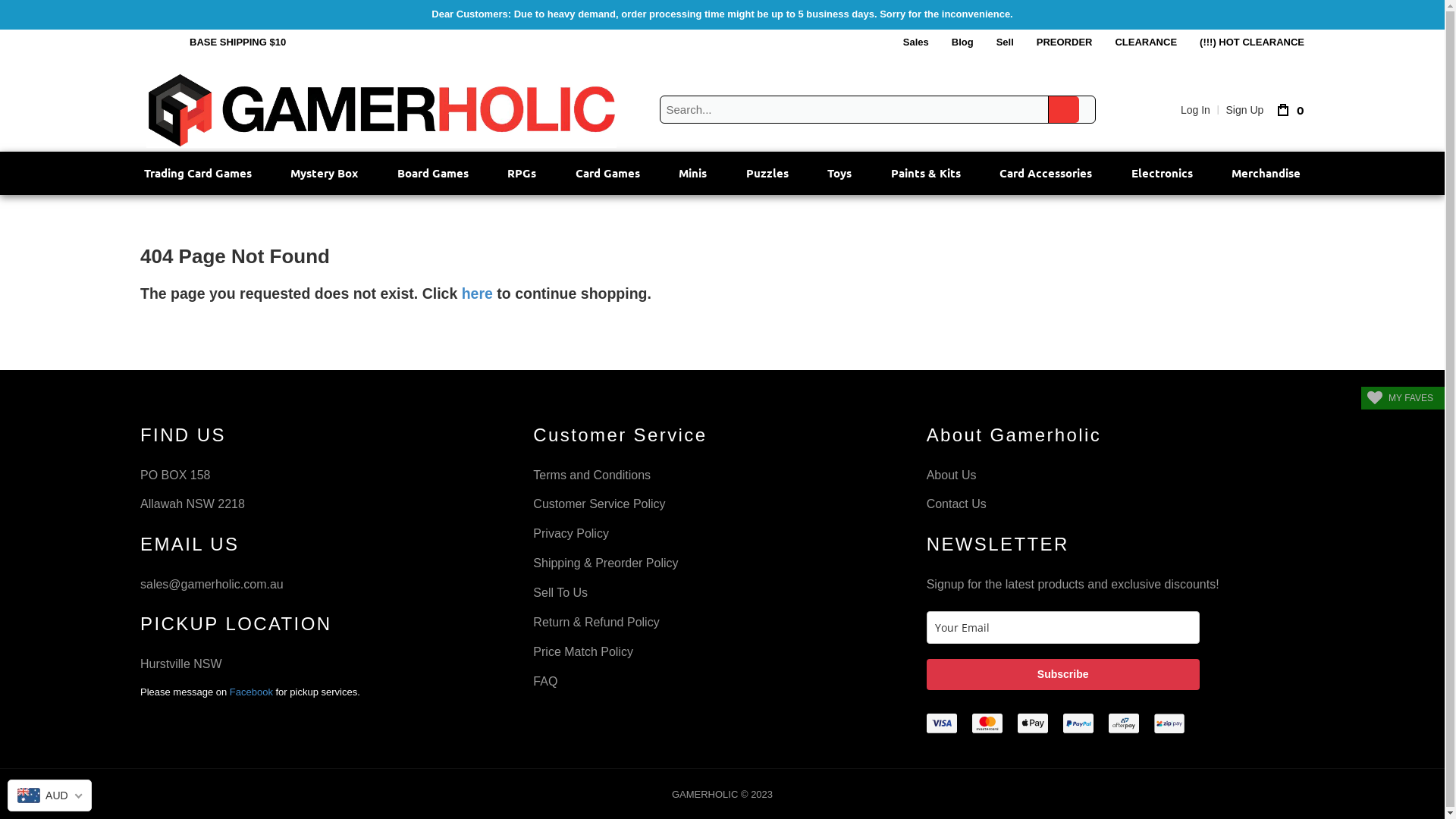 Image resolution: width=1456 pixels, height=819 pixels. Describe the element at coordinates (251, 692) in the screenshot. I see `'Facebook'` at that location.